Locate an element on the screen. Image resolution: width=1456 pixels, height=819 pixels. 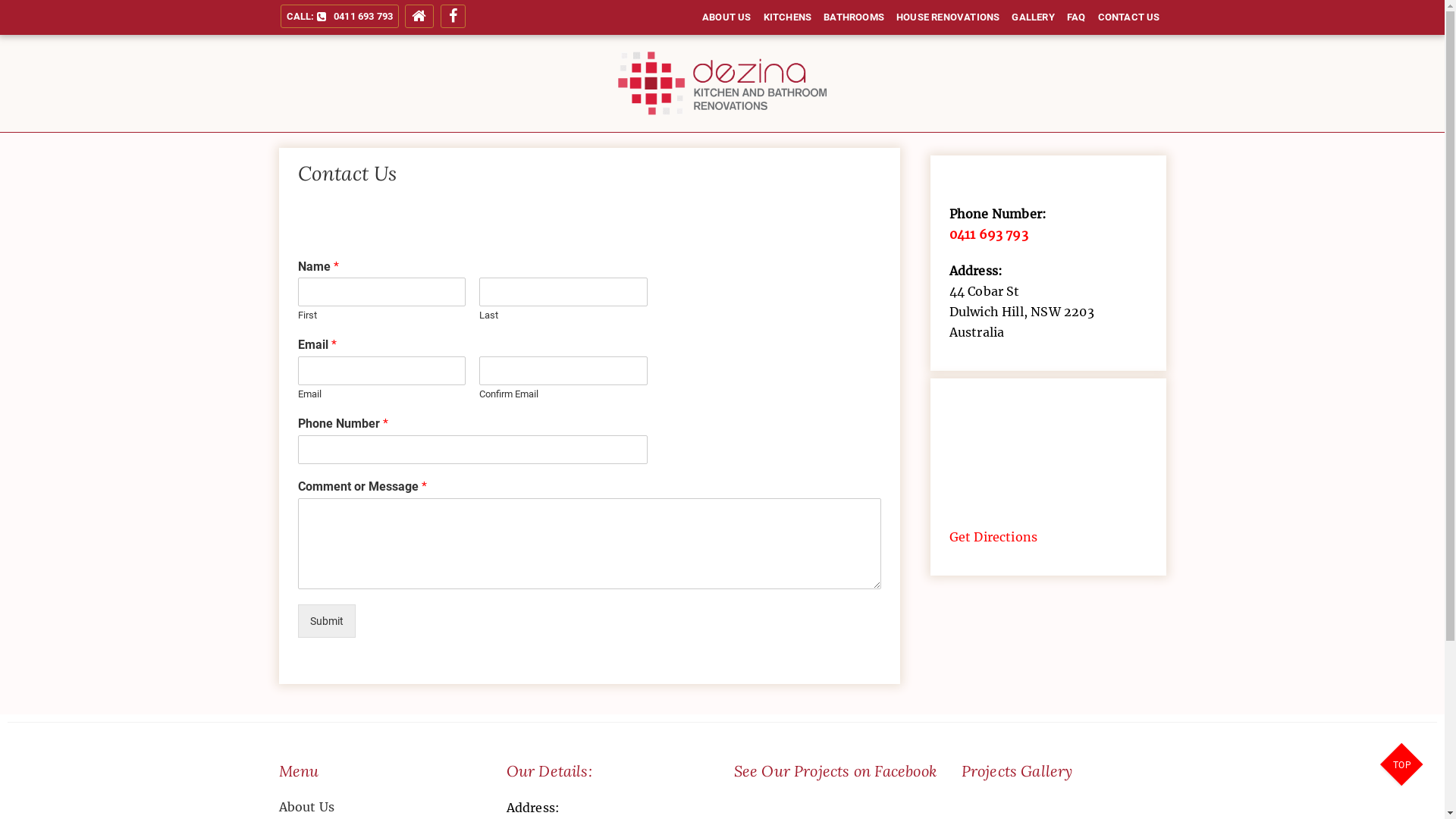
'HOUSE RENOVATIONS' is located at coordinates (890, 17).